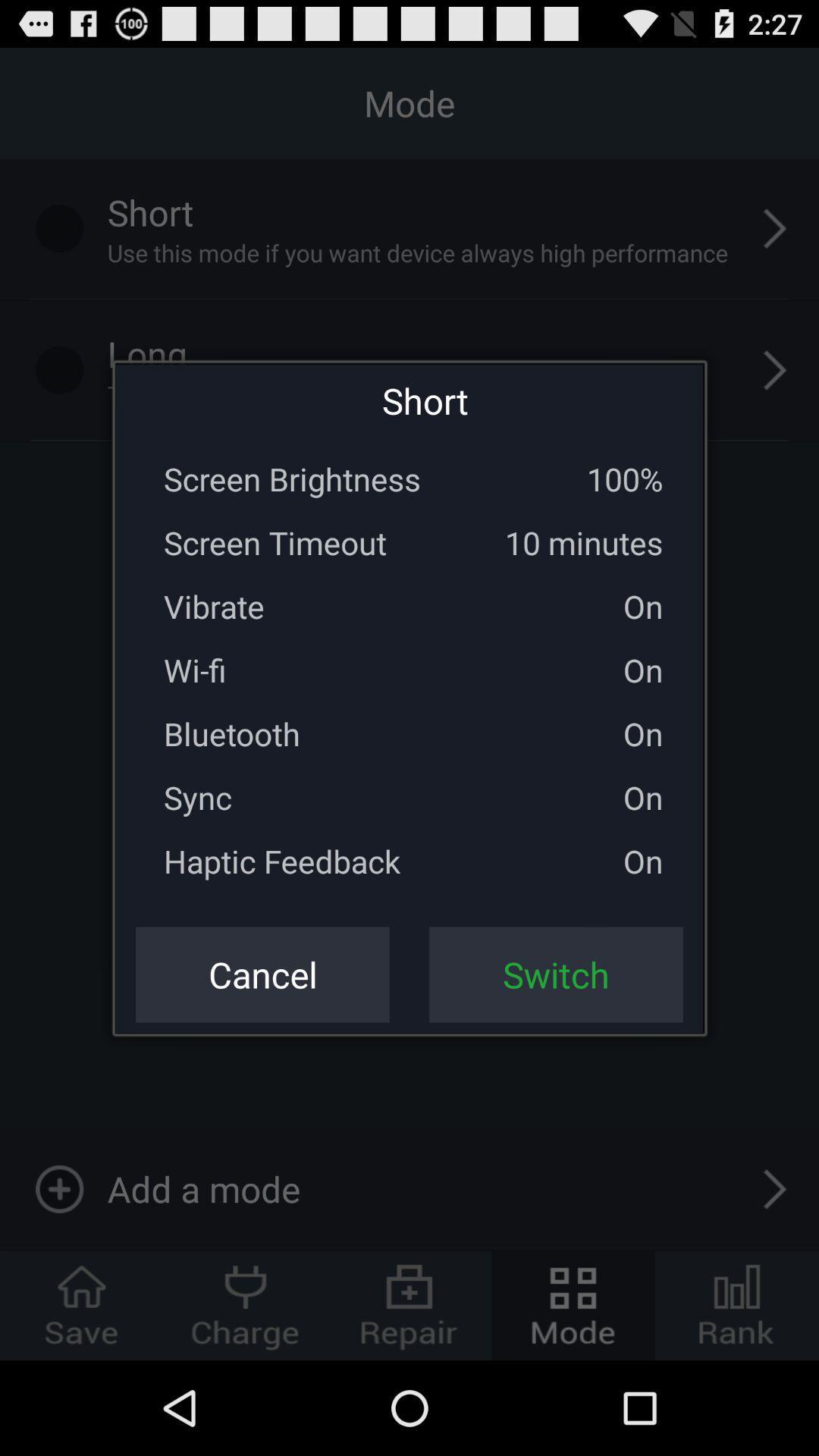 Image resolution: width=819 pixels, height=1456 pixels. Describe the element at coordinates (556, 974) in the screenshot. I see `the button at the bottom right corner` at that location.